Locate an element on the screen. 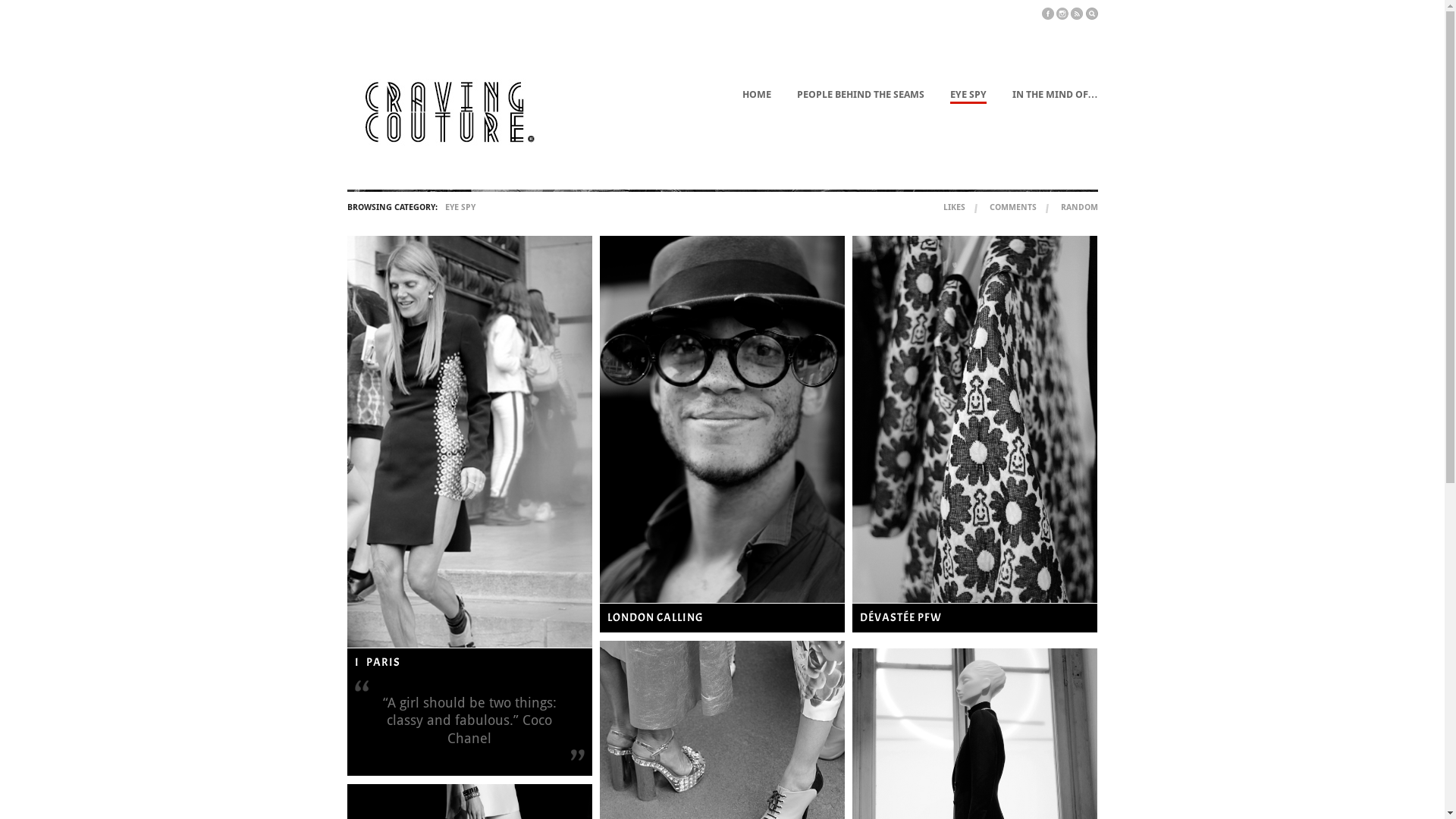  'COMMENTS' is located at coordinates (989, 207).